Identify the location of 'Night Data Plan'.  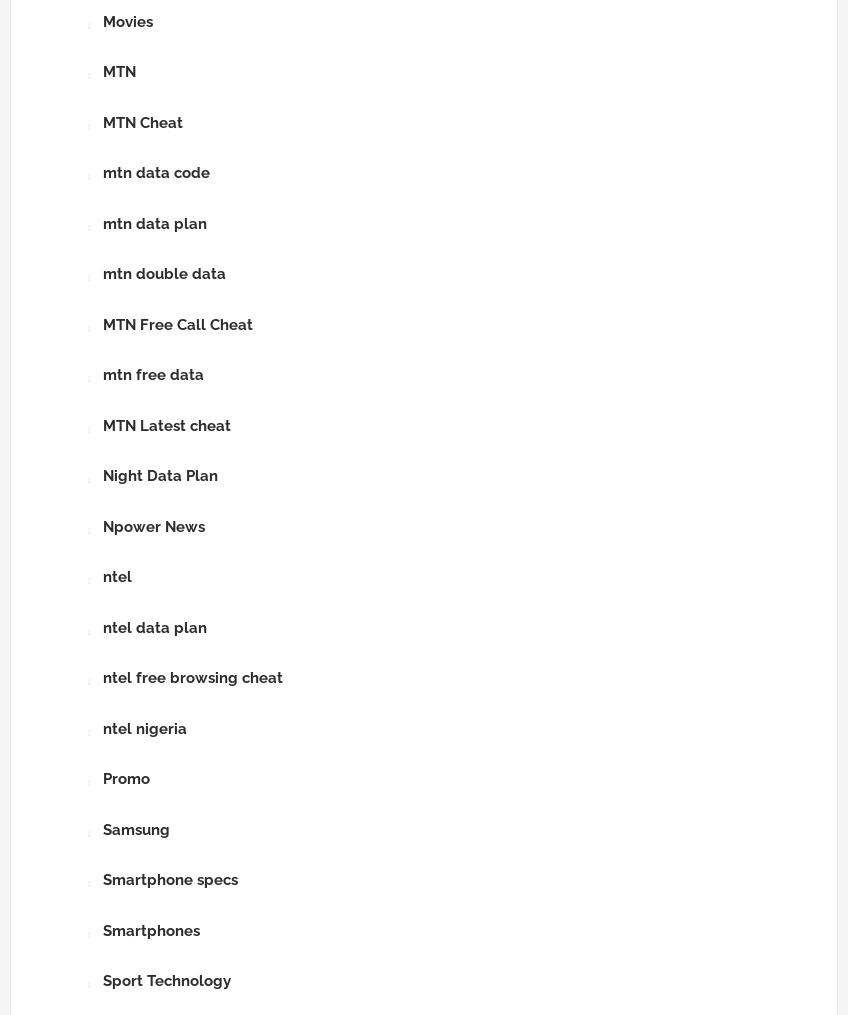
(160, 475).